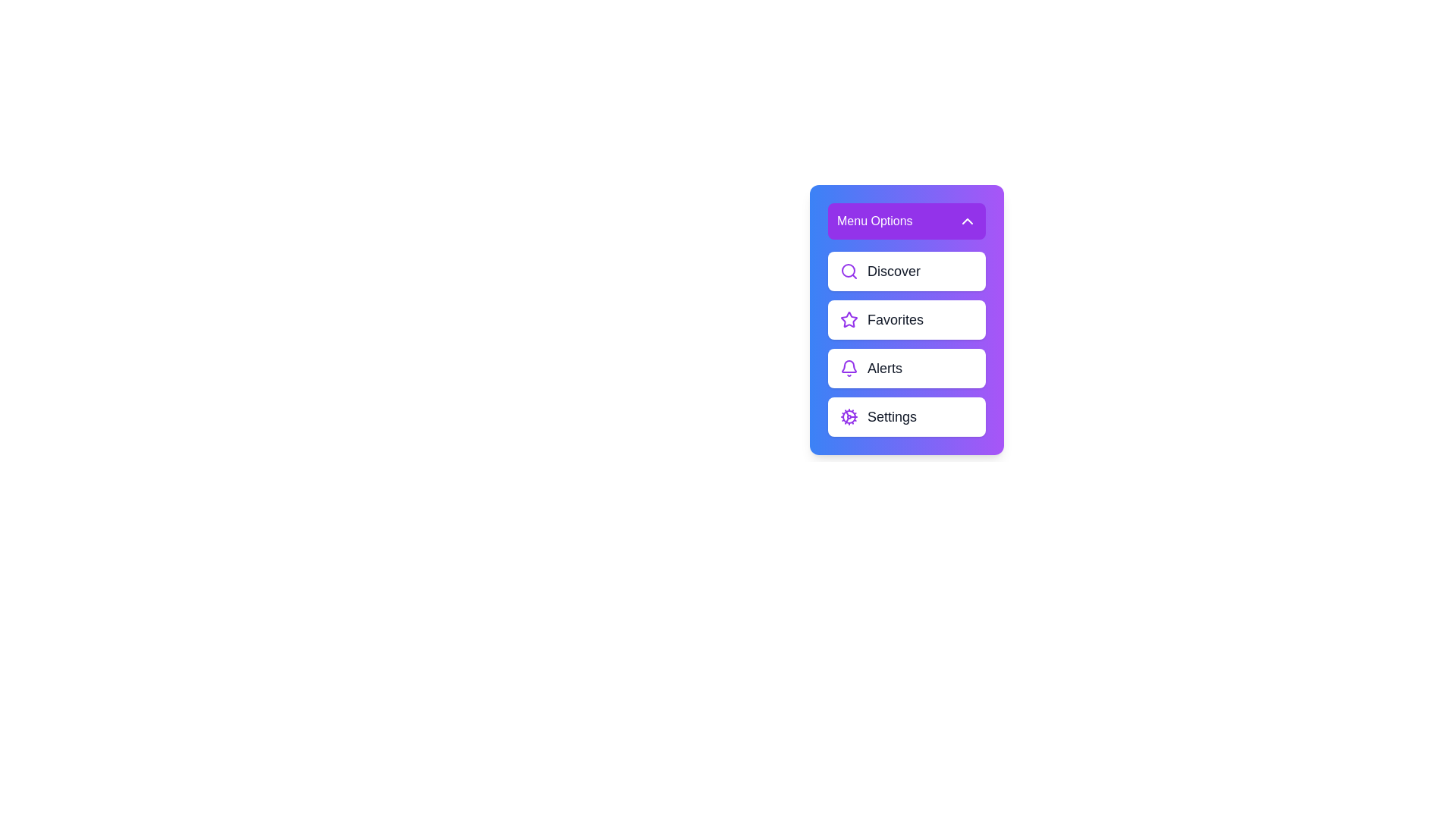 The image size is (1456, 819). Describe the element at coordinates (906, 271) in the screenshot. I see `the first list item labeled 'Discover', which features a purple magnifying glass icon and is located beneath the 'Menu Options' title` at that location.